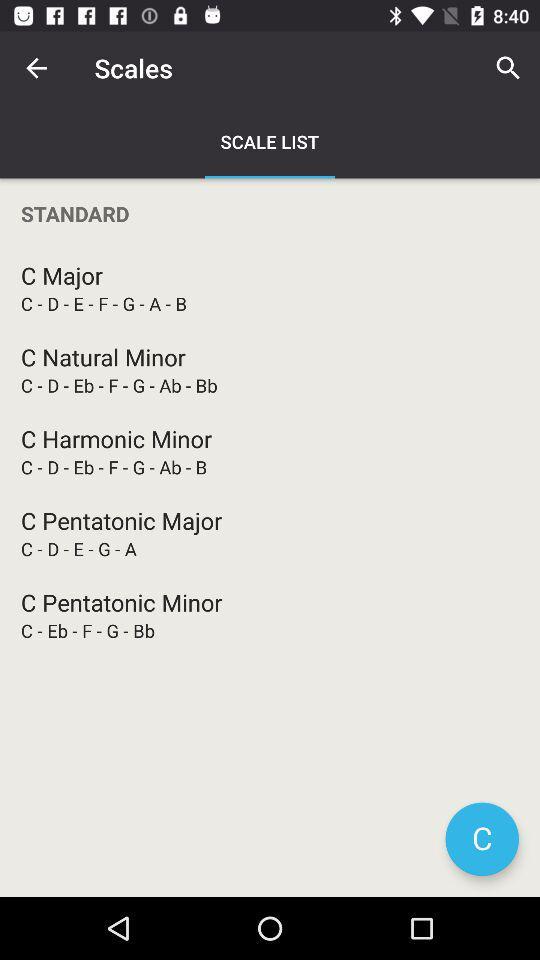 The height and width of the screenshot is (960, 540). I want to click on item next to the scales item, so click(36, 68).